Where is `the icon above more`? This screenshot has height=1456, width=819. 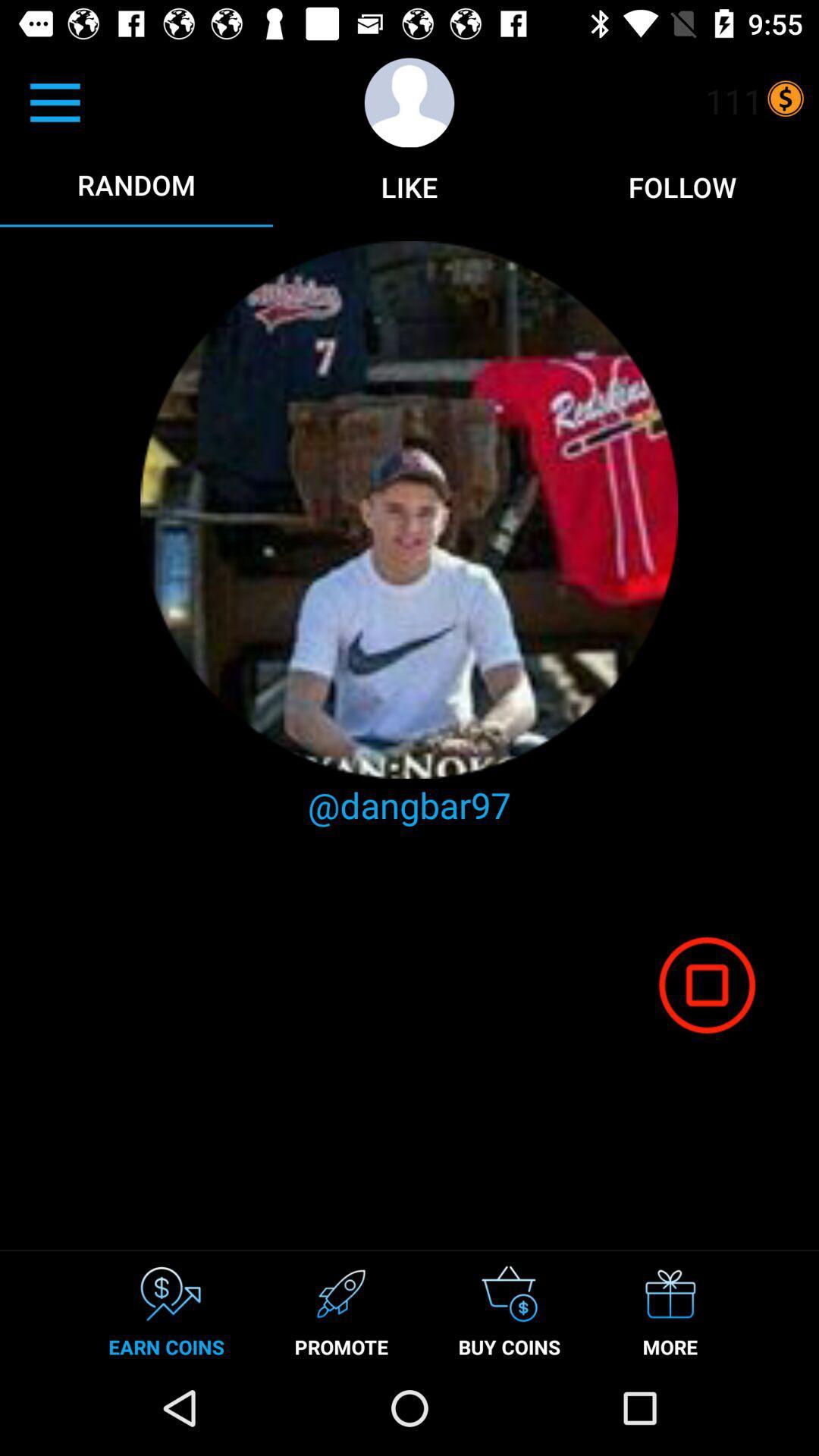 the icon above more is located at coordinates (707, 985).